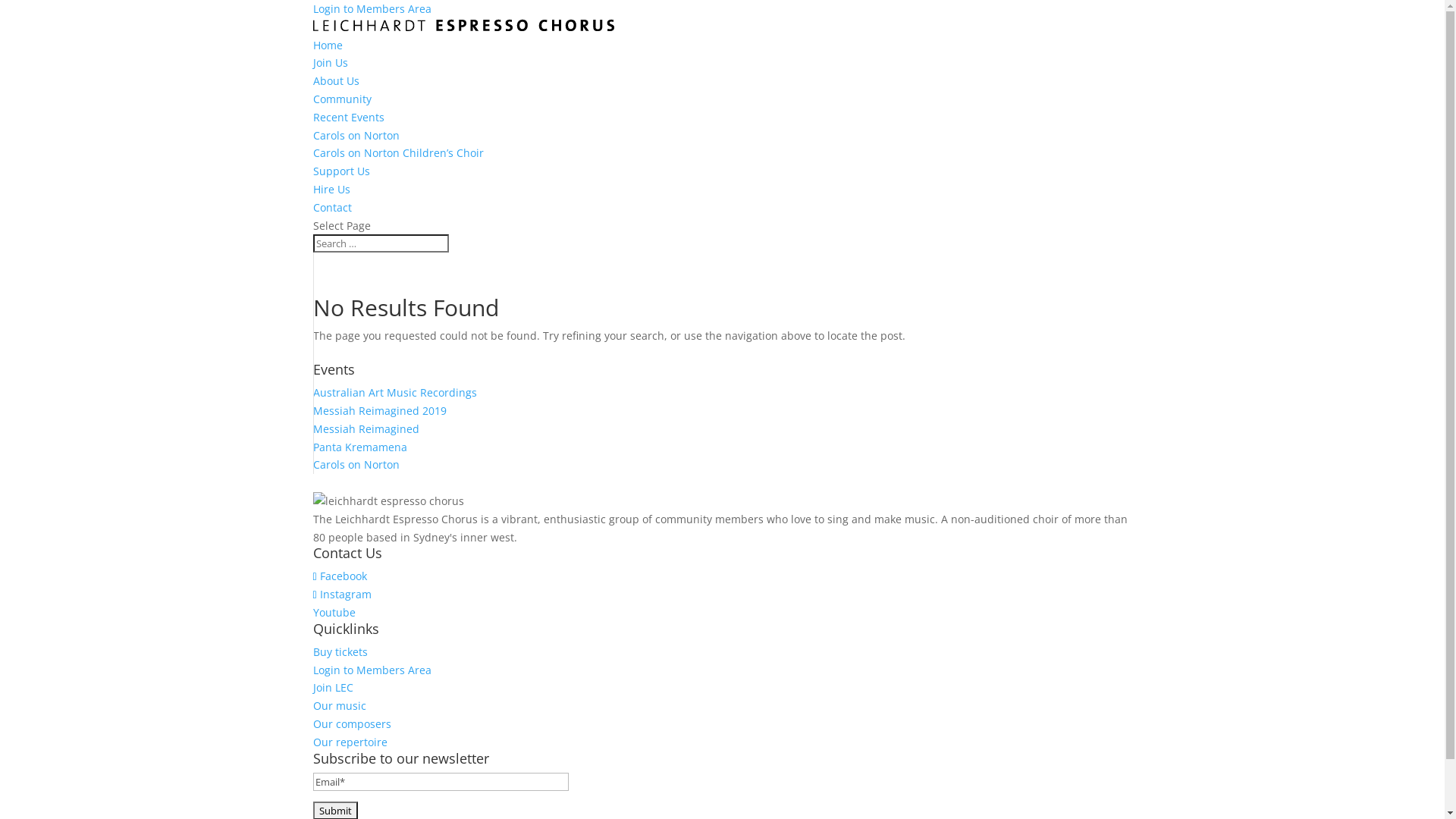 This screenshot has height=819, width=1456. What do you see at coordinates (331, 207) in the screenshot?
I see `'Contact'` at bounding box center [331, 207].